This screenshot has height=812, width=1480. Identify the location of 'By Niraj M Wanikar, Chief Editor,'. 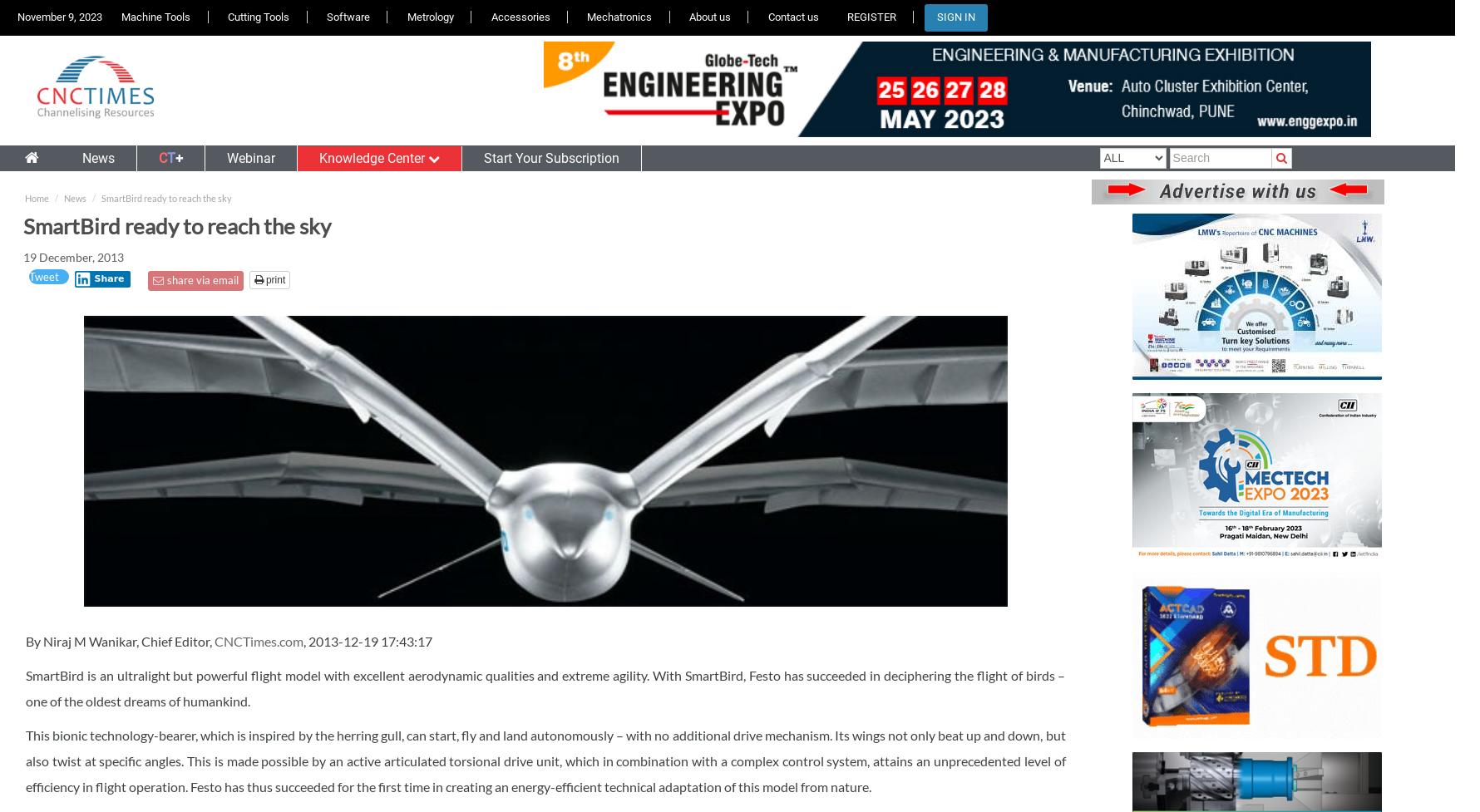
(119, 640).